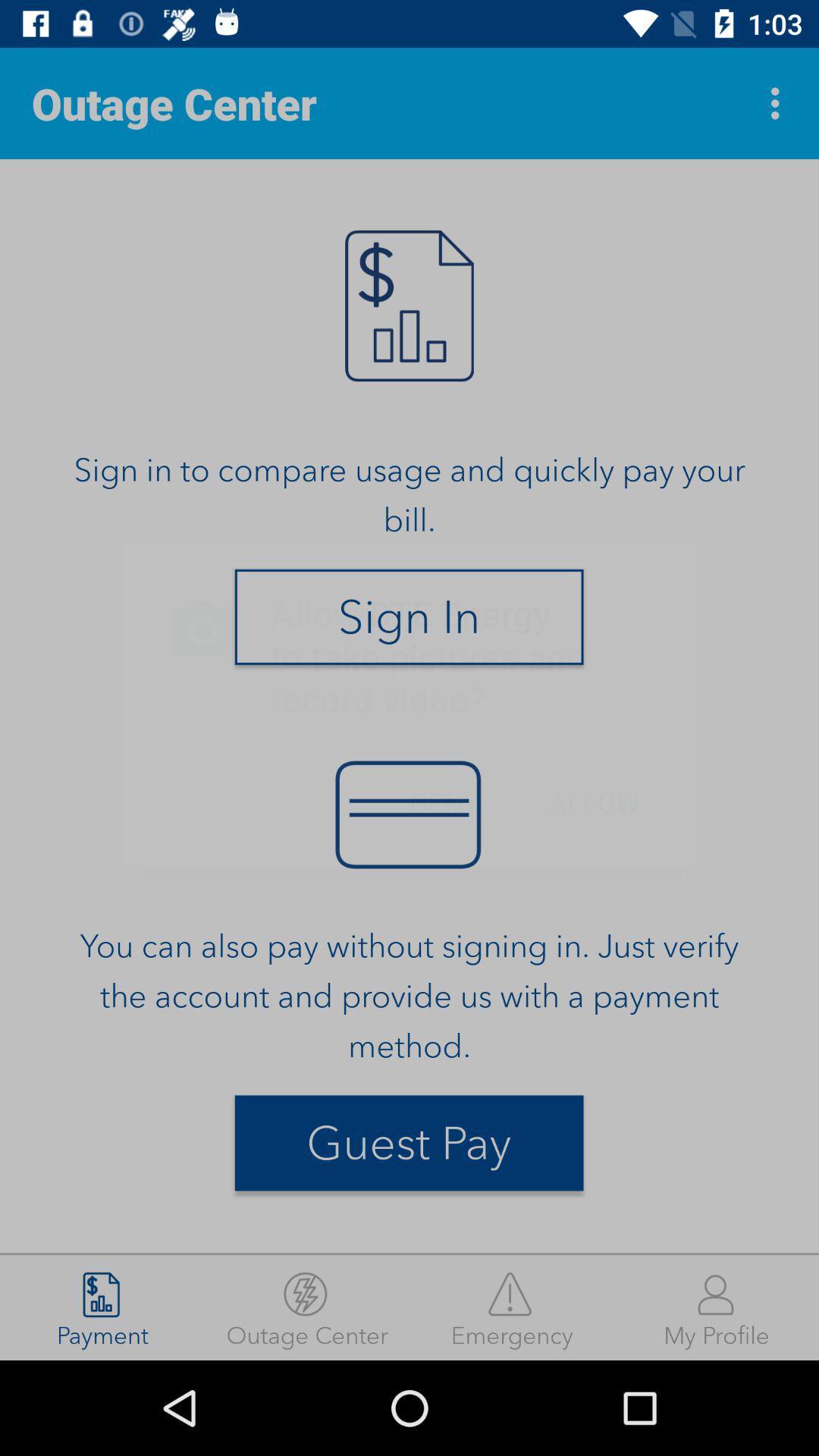 The height and width of the screenshot is (1456, 819). Describe the element at coordinates (717, 1307) in the screenshot. I see `the my profile item` at that location.